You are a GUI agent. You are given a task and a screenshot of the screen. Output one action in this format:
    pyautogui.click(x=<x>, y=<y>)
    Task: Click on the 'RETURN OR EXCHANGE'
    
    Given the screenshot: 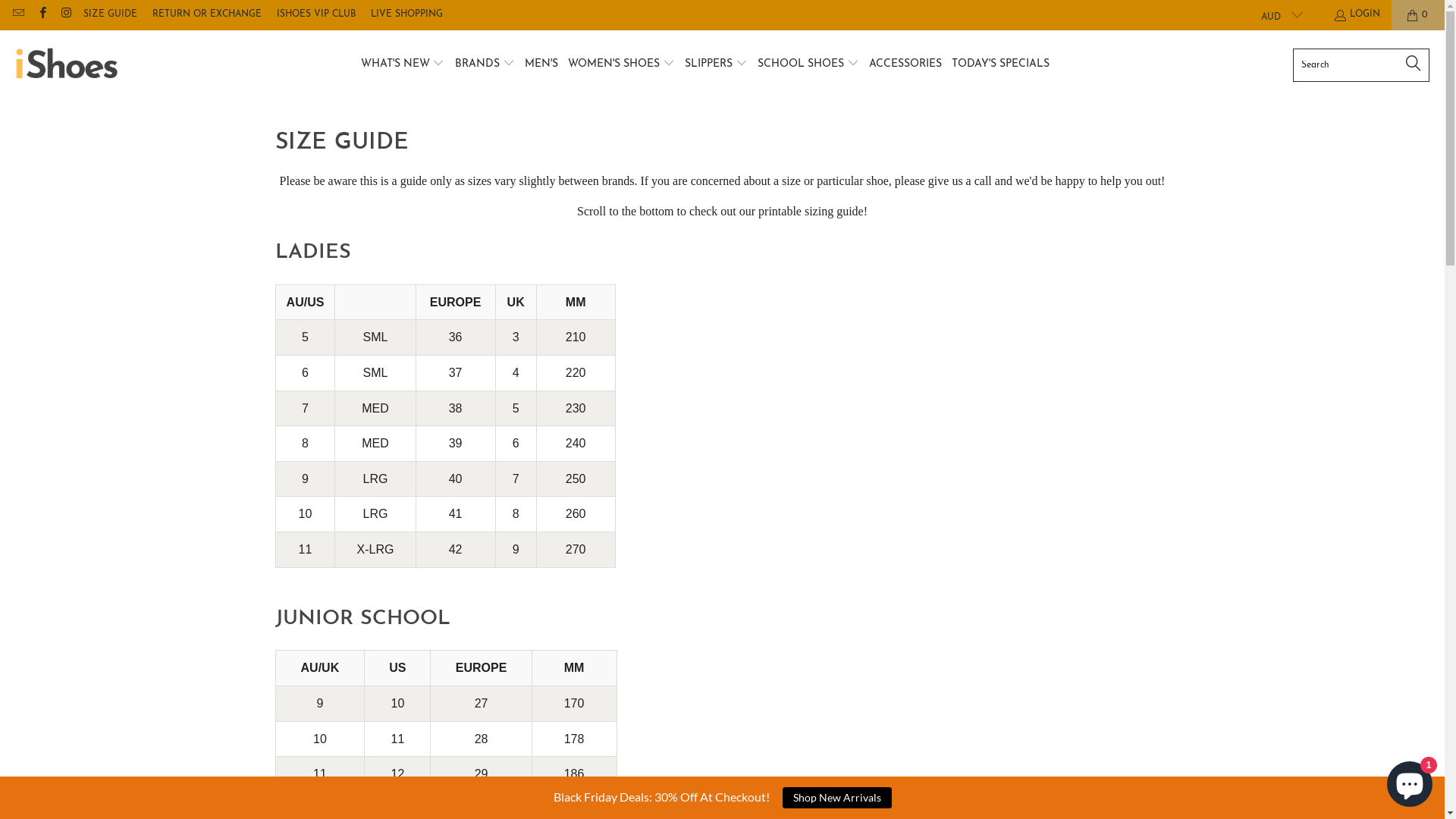 What is the action you would take?
    pyautogui.click(x=206, y=14)
    